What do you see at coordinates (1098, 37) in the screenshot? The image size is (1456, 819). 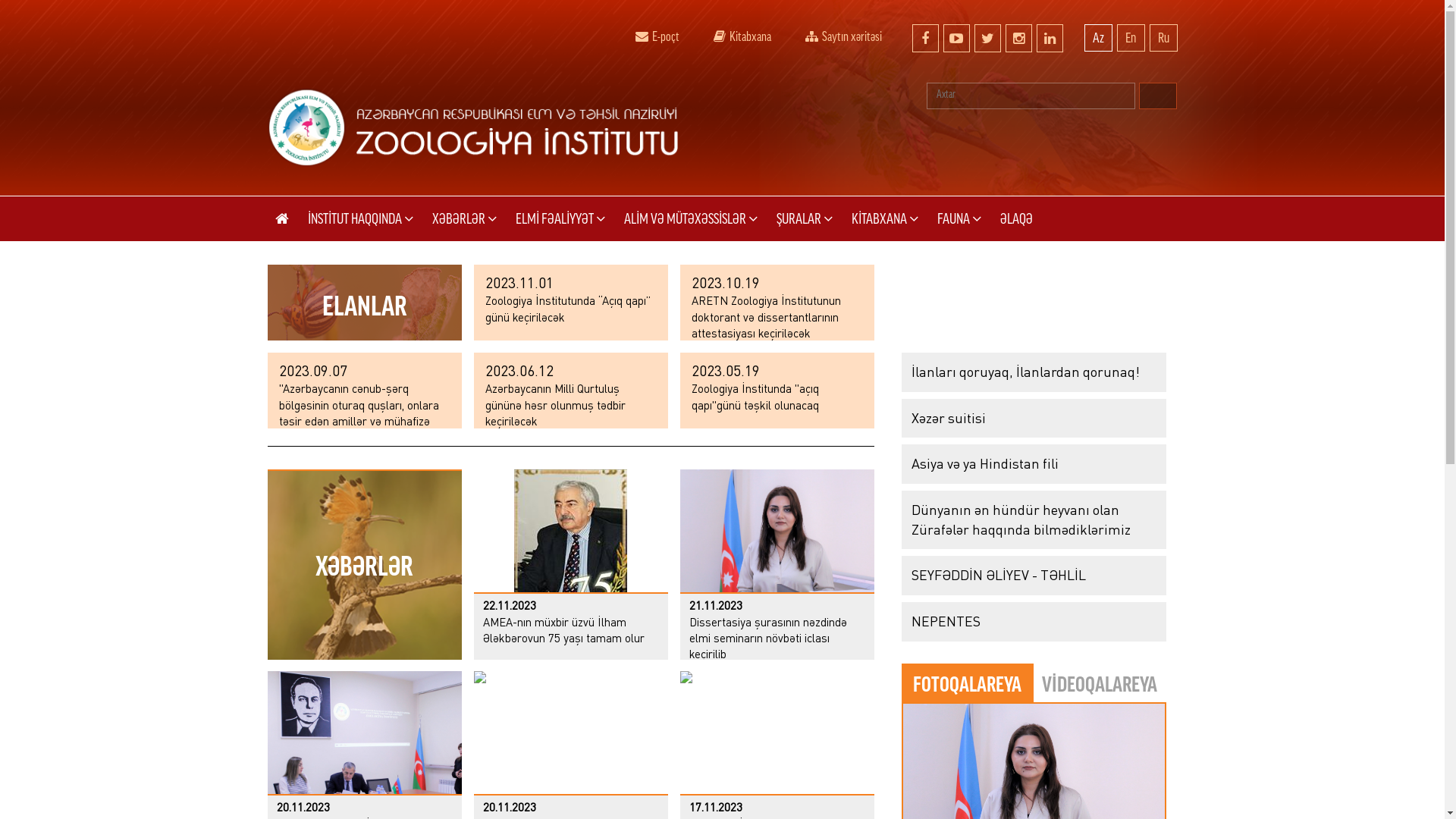 I see `'Az'` at bounding box center [1098, 37].